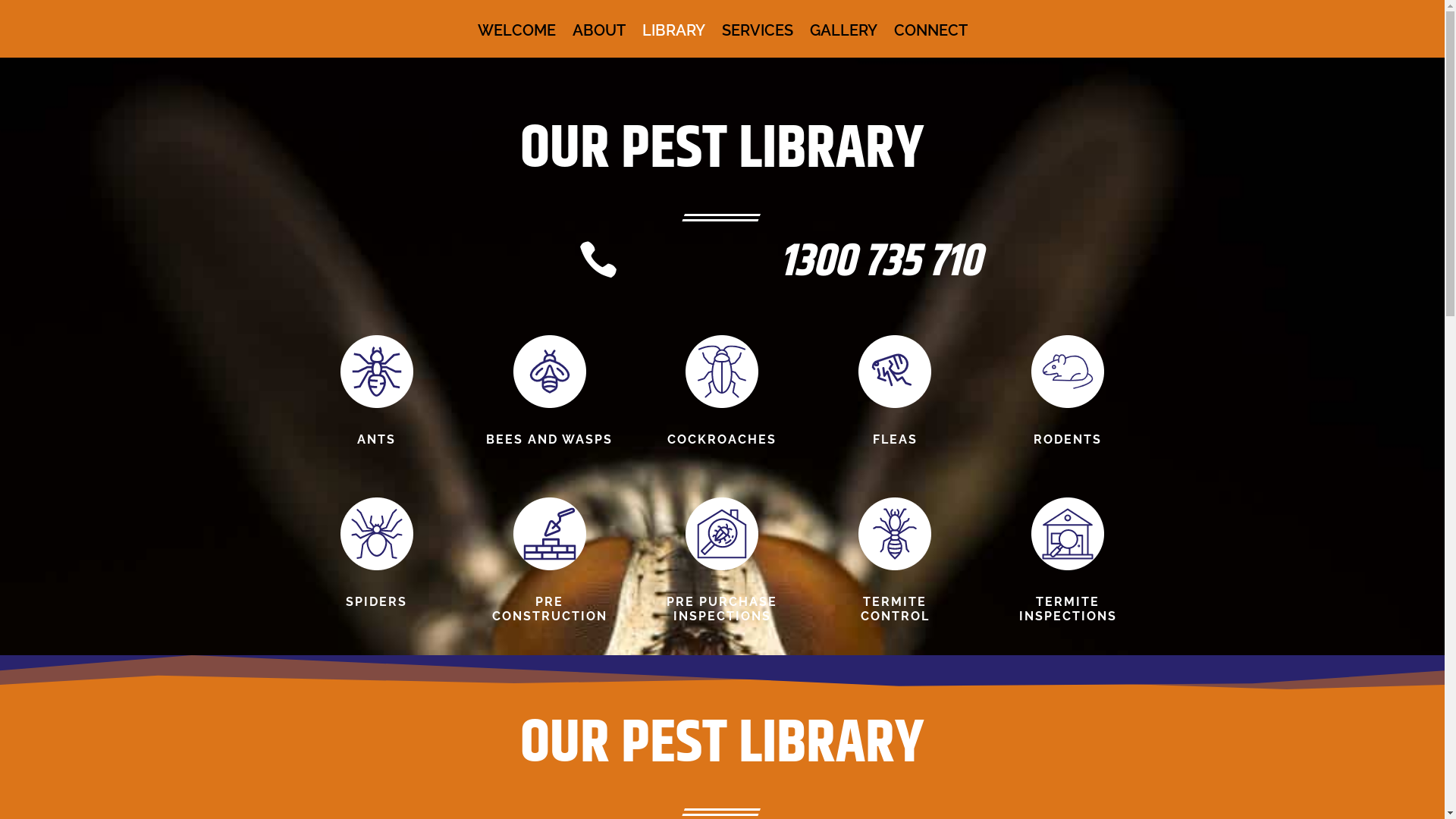  Describe the element at coordinates (516, 40) in the screenshot. I see `'WELCOME'` at that location.